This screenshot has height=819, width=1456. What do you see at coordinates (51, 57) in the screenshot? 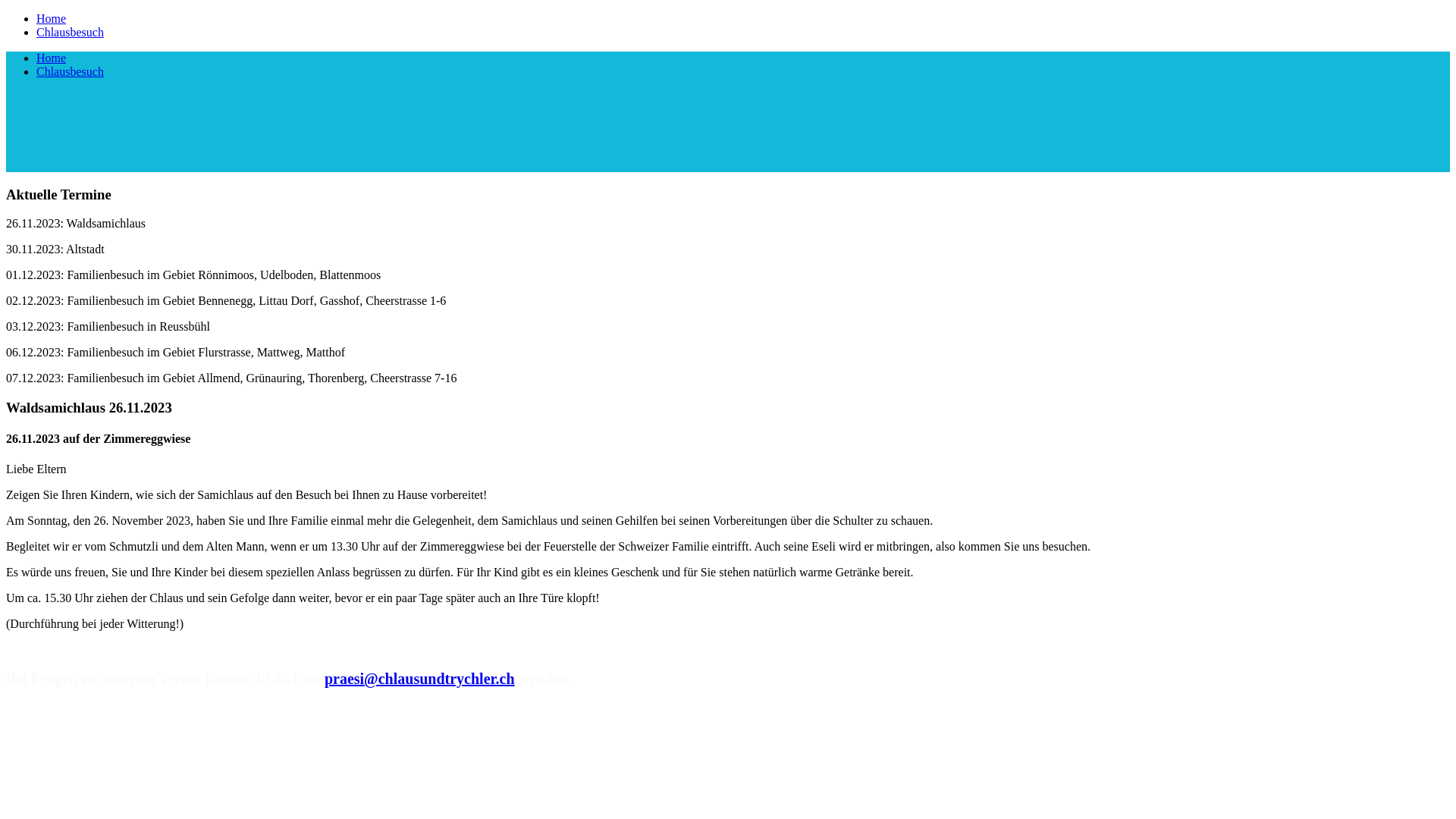
I see `'Home'` at bounding box center [51, 57].